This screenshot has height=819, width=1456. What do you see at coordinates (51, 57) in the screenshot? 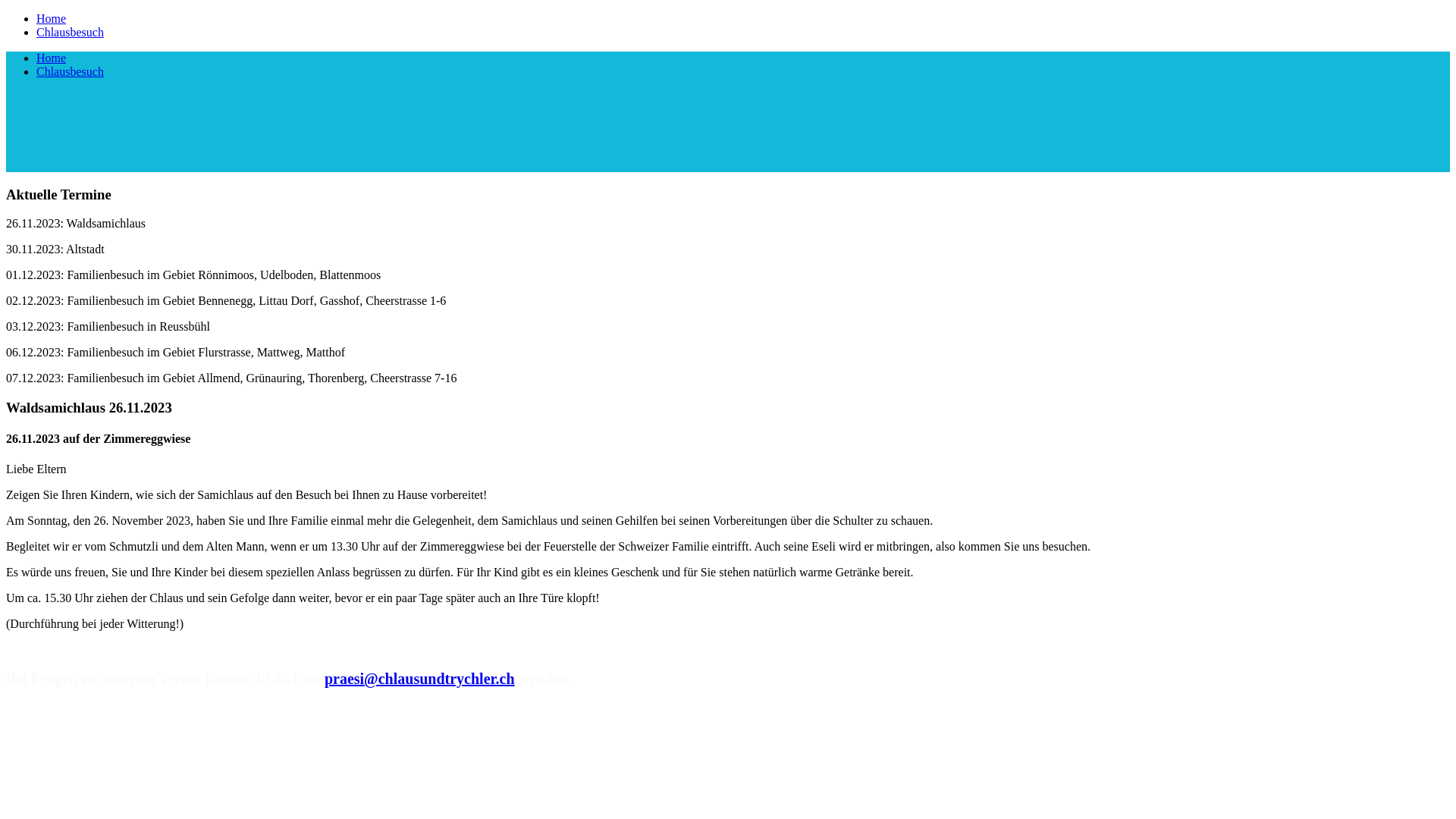
I see `'Home'` at bounding box center [51, 57].